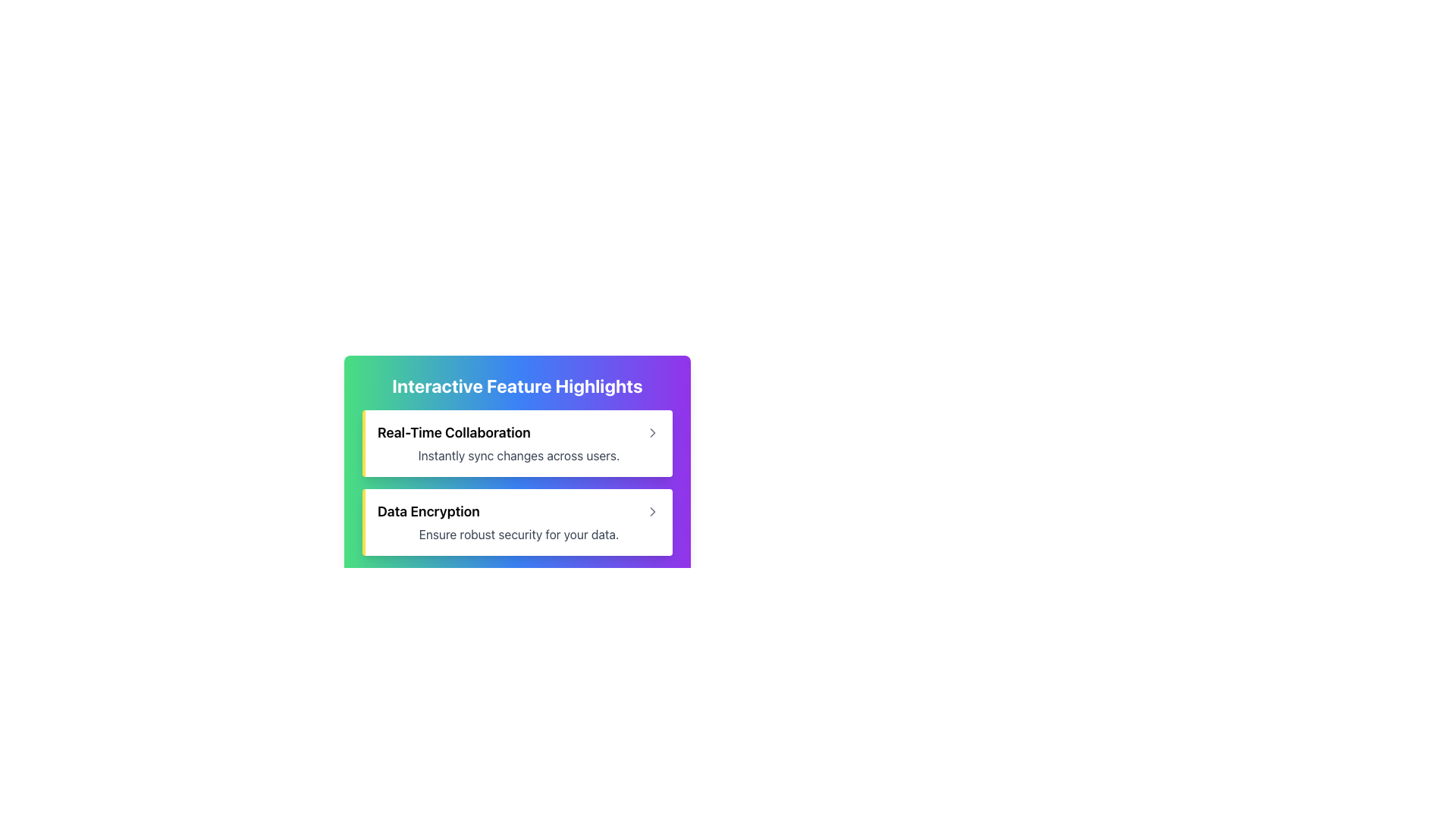 Image resolution: width=1456 pixels, height=819 pixels. What do you see at coordinates (453, 432) in the screenshot?
I see `the 'Real-Time Collaboration' text label located at the top left corner of the 'Interactive Feature Highlights' card` at bounding box center [453, 432].